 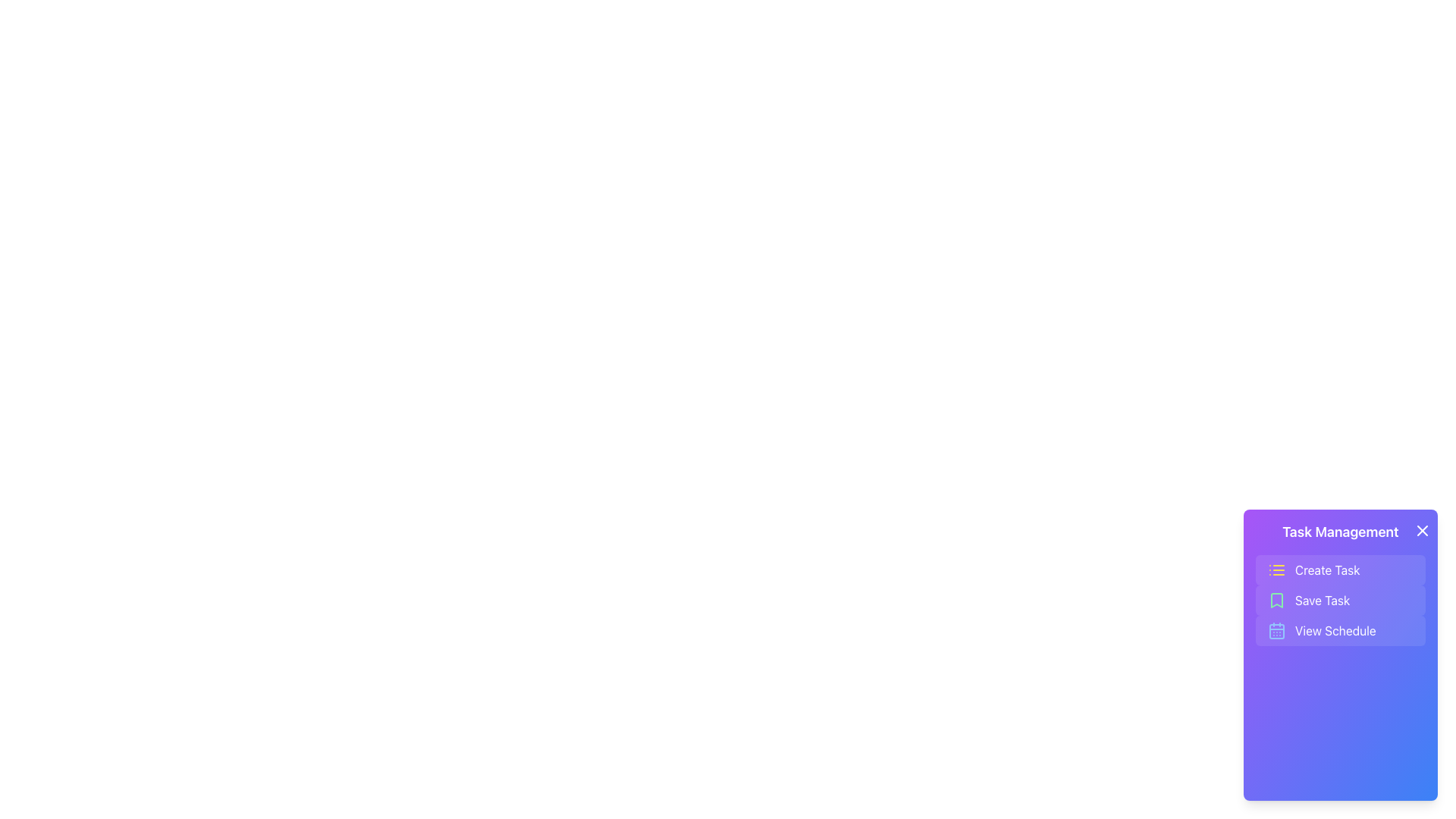 What do you see at coordinates (1326, 570) in the screenshot?
I see `the 'Create New Task' button located in the 'Task Management' menu` at bounding box center [1326, 570].